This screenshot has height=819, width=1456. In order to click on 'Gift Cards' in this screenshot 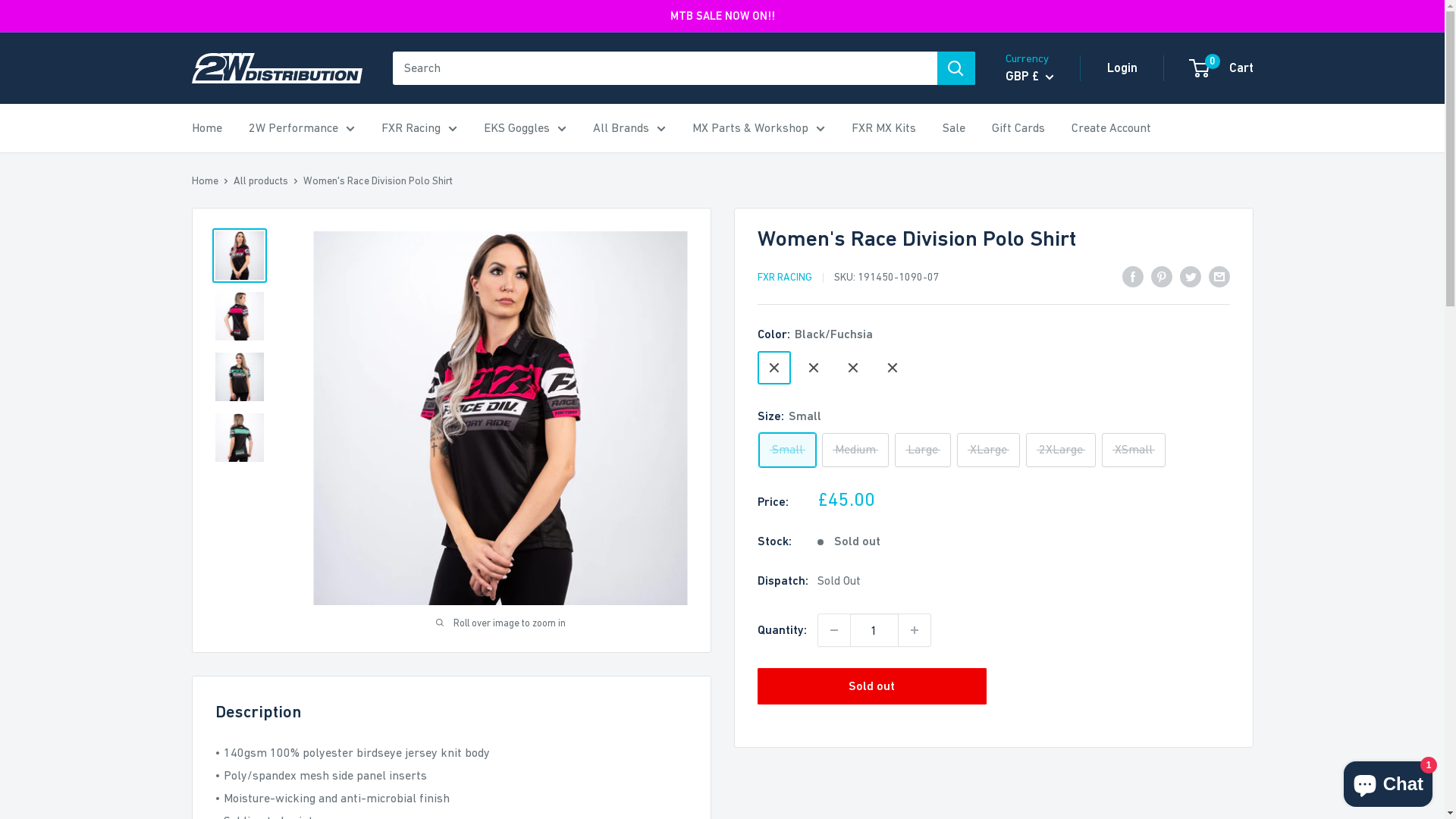, I will do `click(1018, 127)`.